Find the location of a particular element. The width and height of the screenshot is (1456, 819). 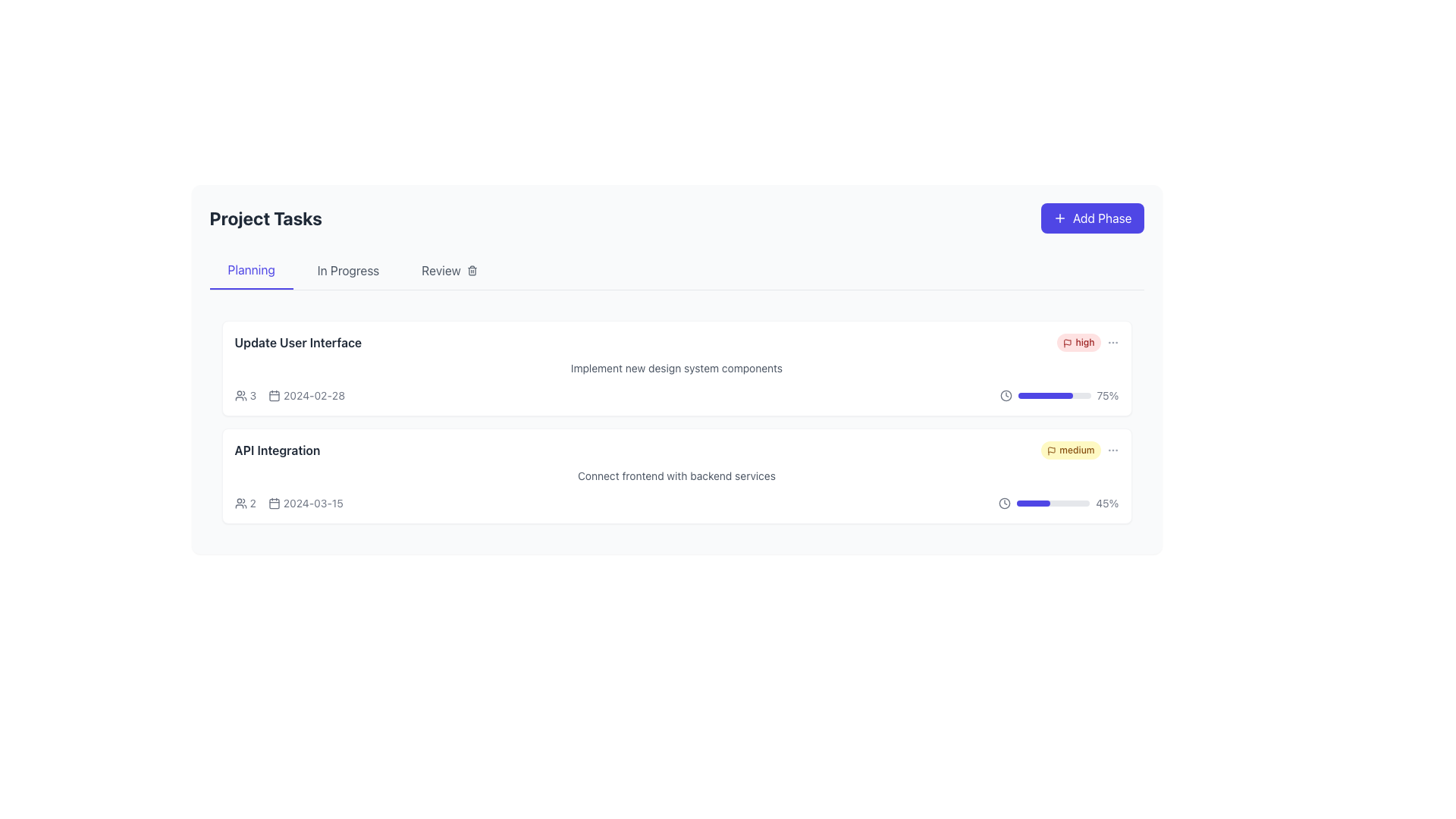

the calendar icon, which is a minimalistic design with a box outline and positioned to the left of the text '2024-02-28' in the 'Update User Interface' task section is located at coordinates (275, 394).